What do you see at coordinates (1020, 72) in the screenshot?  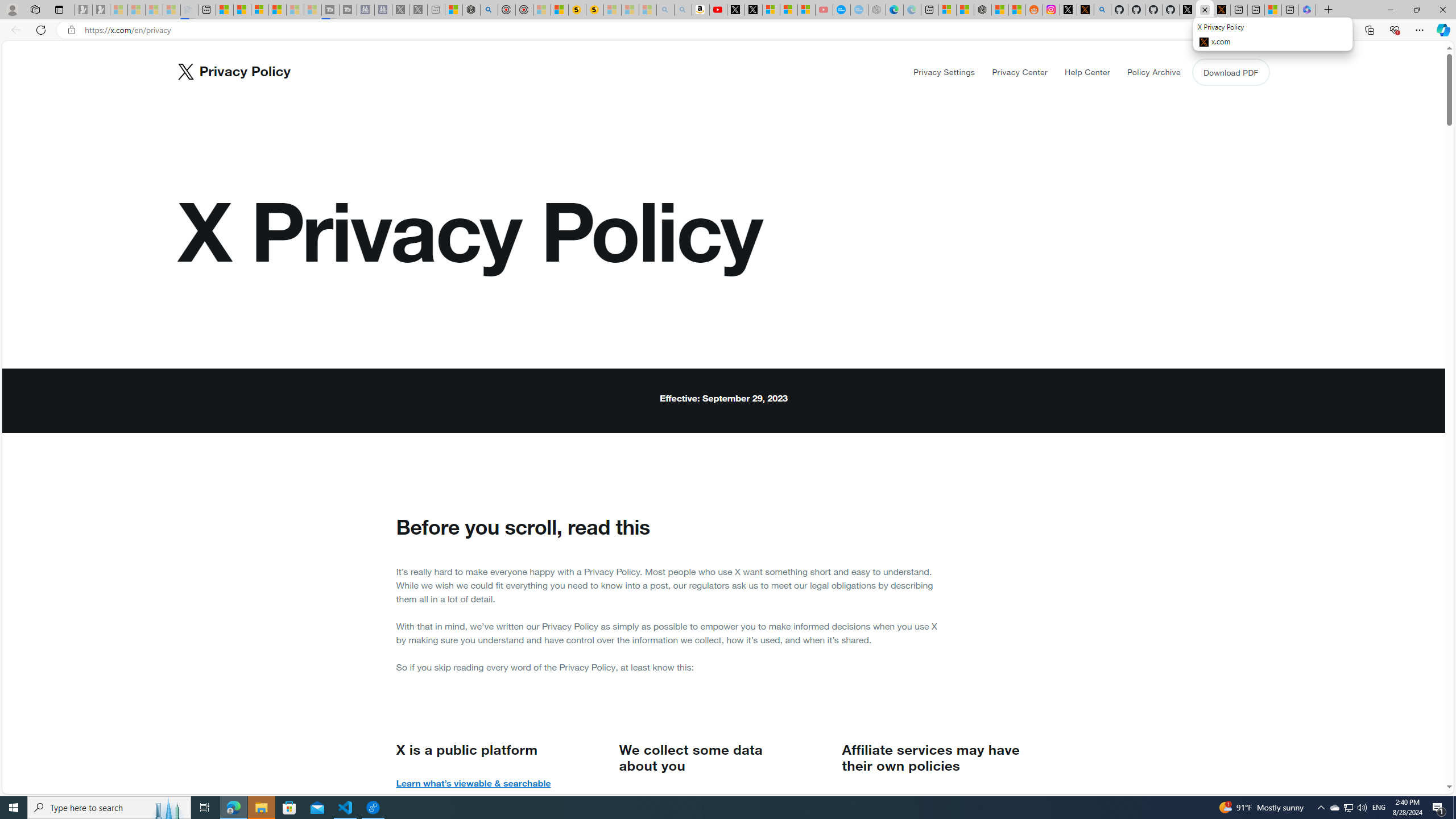 I see `'Privacy Center'` at bounding box center [1020, 72].